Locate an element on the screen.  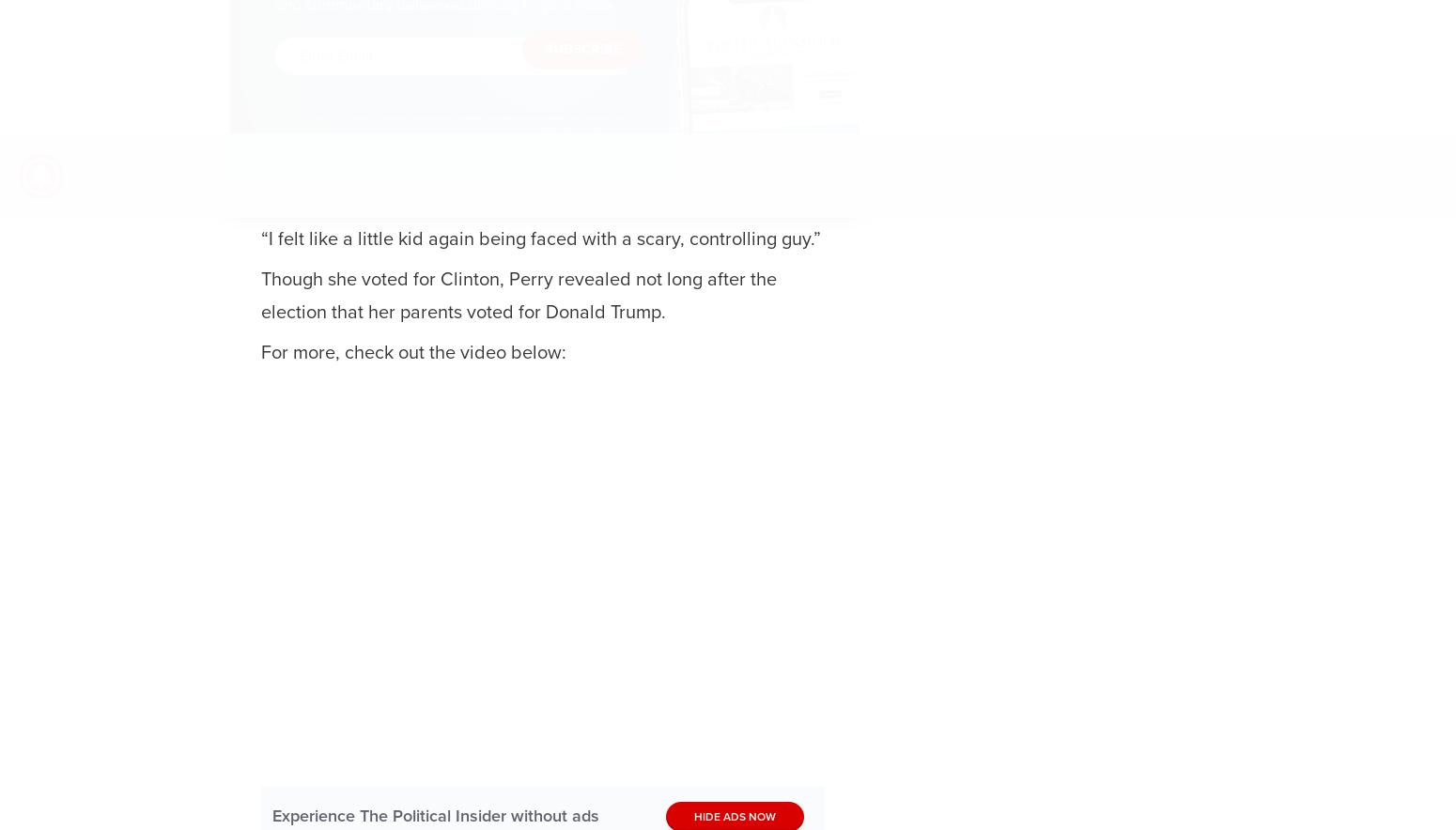
'. You further agree that the use of reCAPTCHA is subject to the' is located at coordinates (441, 134).